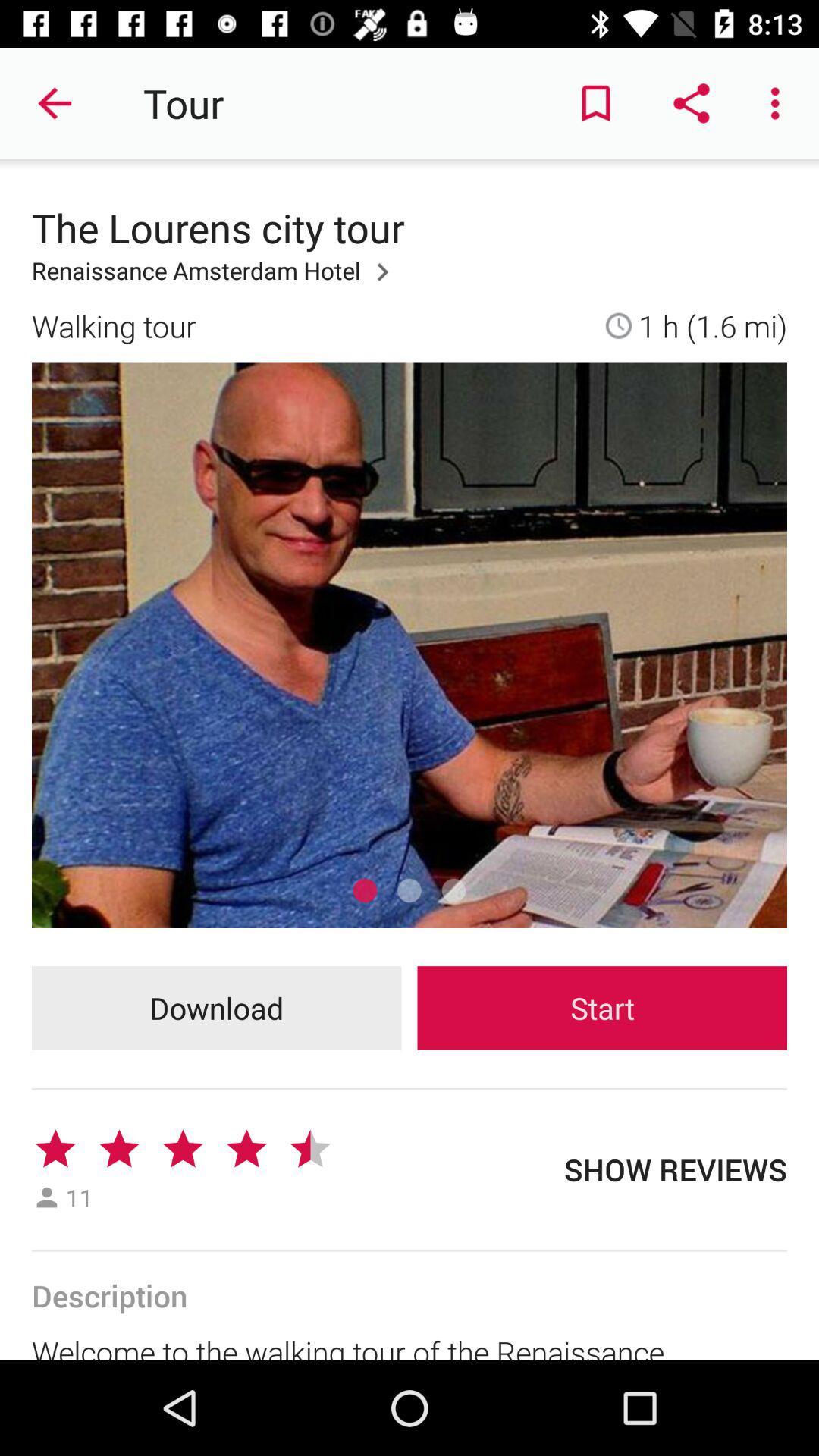 This screenshot has height=1456, width=819. Describe the element at coordinates (595, 102) in the screenshot. I see `the item next to tour item` at that location.